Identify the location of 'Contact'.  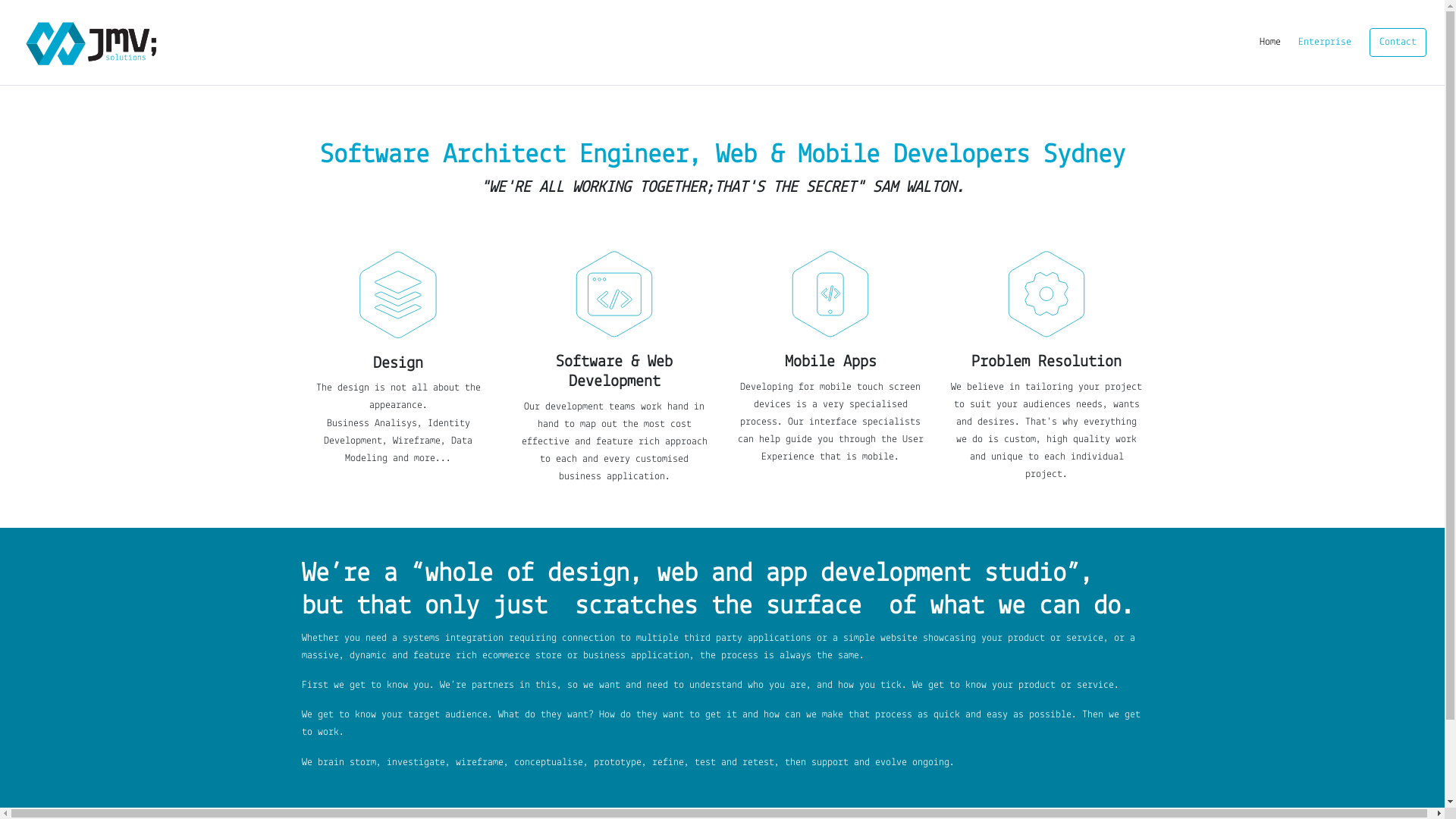
(1397, 41).